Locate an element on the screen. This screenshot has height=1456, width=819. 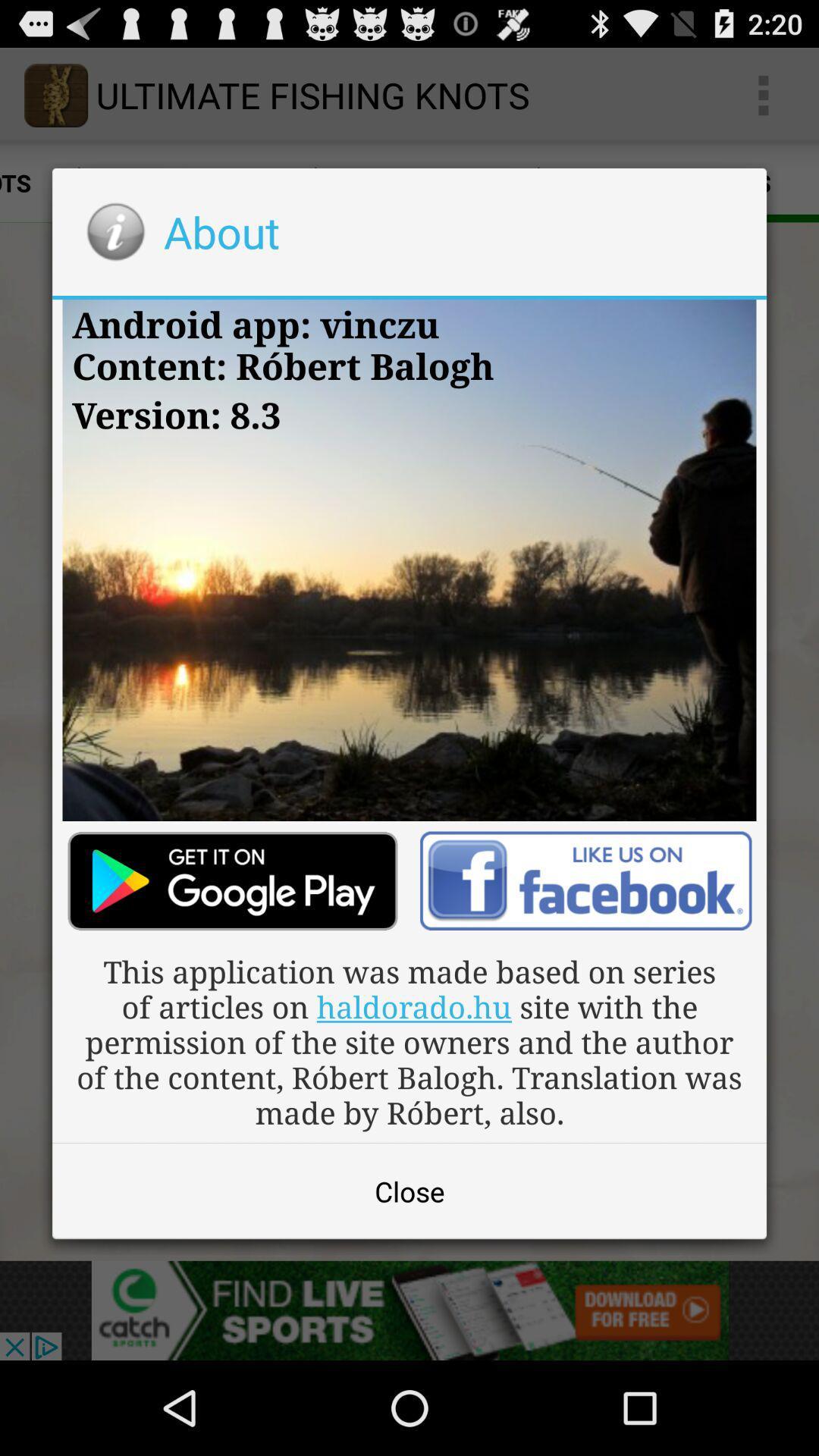
like the article on facebook is located at coordinates (585, 880).